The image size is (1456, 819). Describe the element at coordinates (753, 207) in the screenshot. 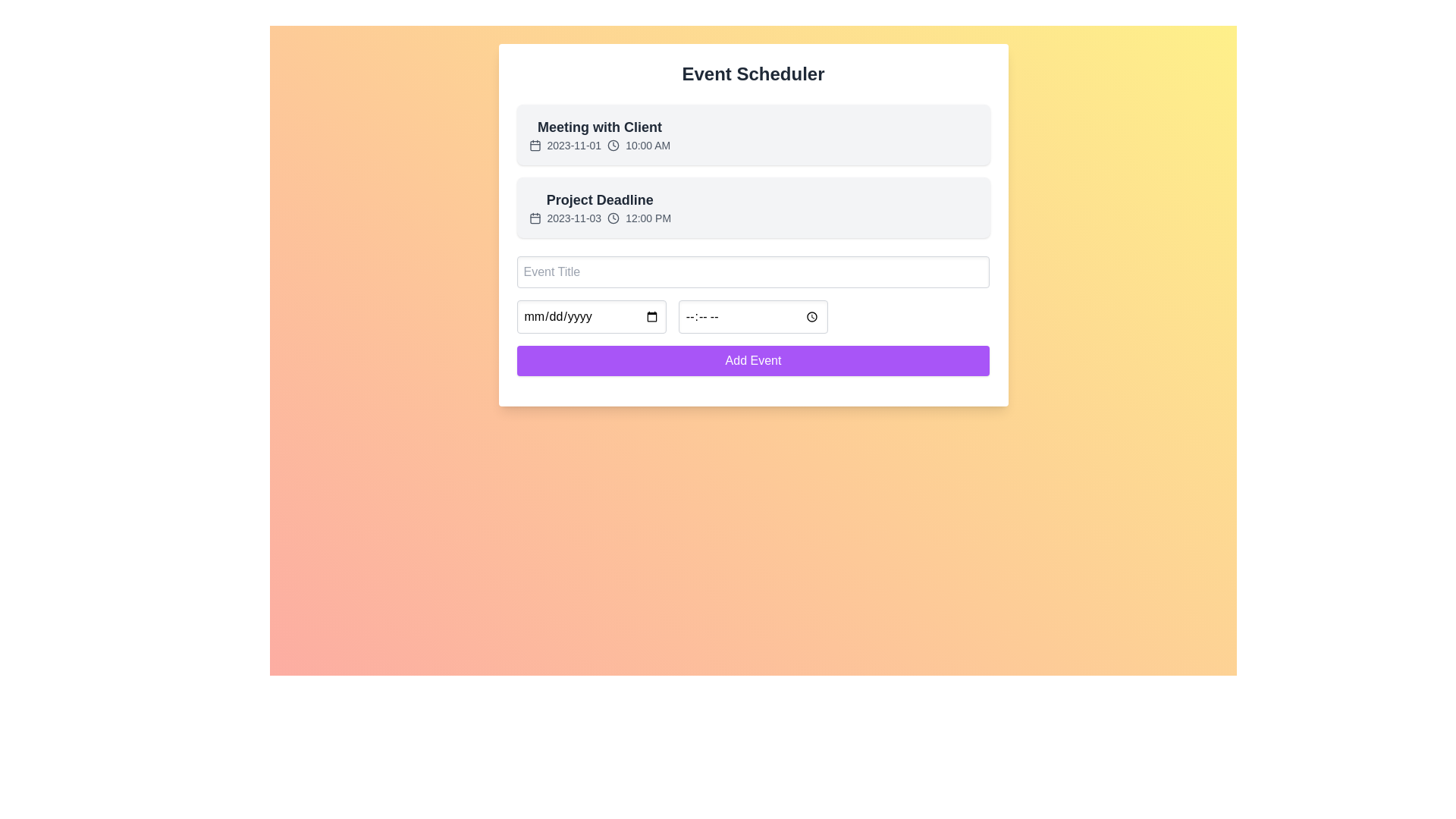

I see `the display card titled 'Project Deadline' which presents scheduling details, located below 'Meeting with Client' in the 'Event Scheduler' card` at that location.